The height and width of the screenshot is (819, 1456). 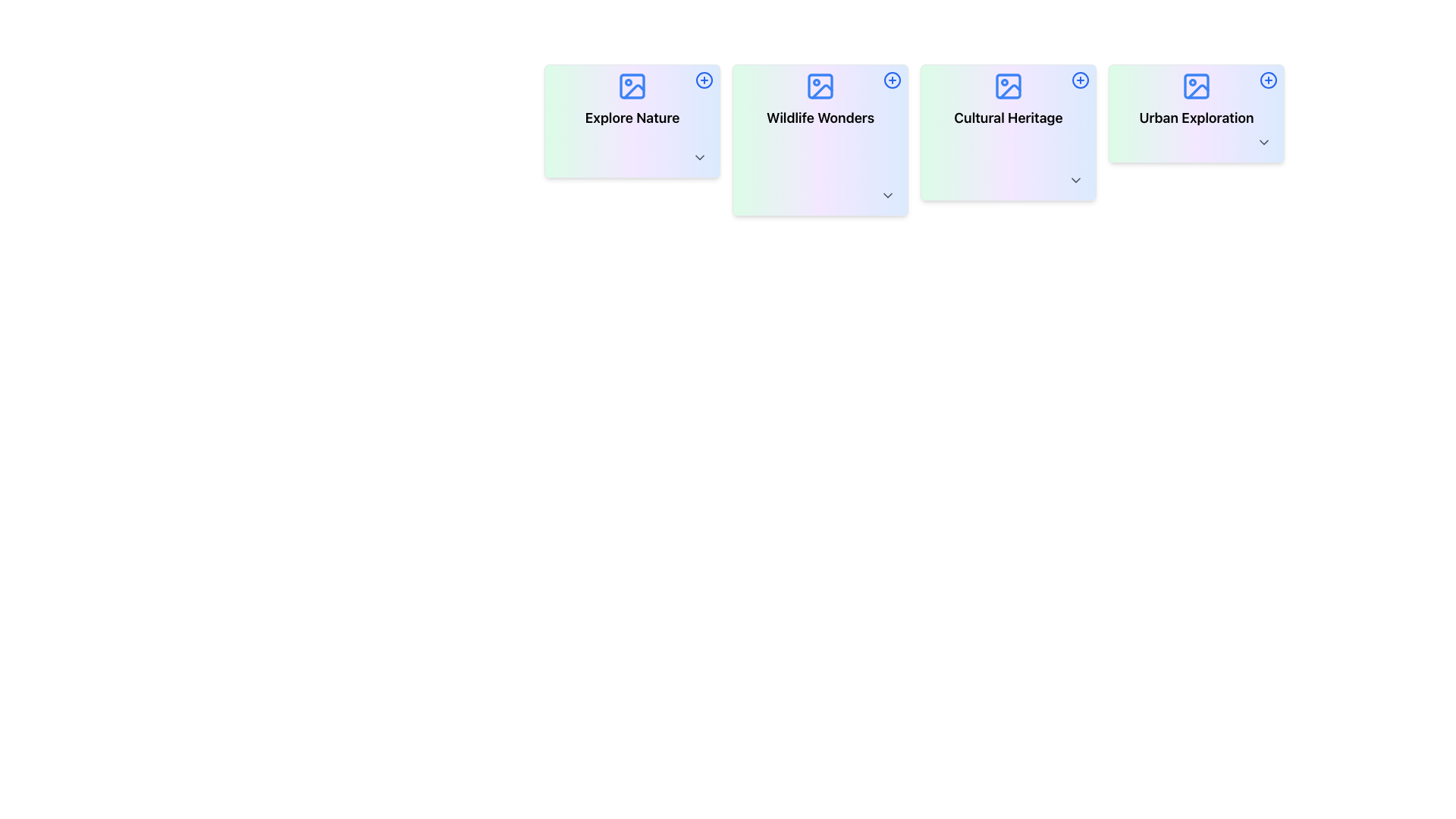 What do you see at coordinates (819, 86) in the screenshot?
I see `the stylized blue image icon located at the top center of the 'Wildlife Wonders' card, which features a rectangular frame, a circle in the top left, and a curved line through the frame` at bounding box center [819, 86].